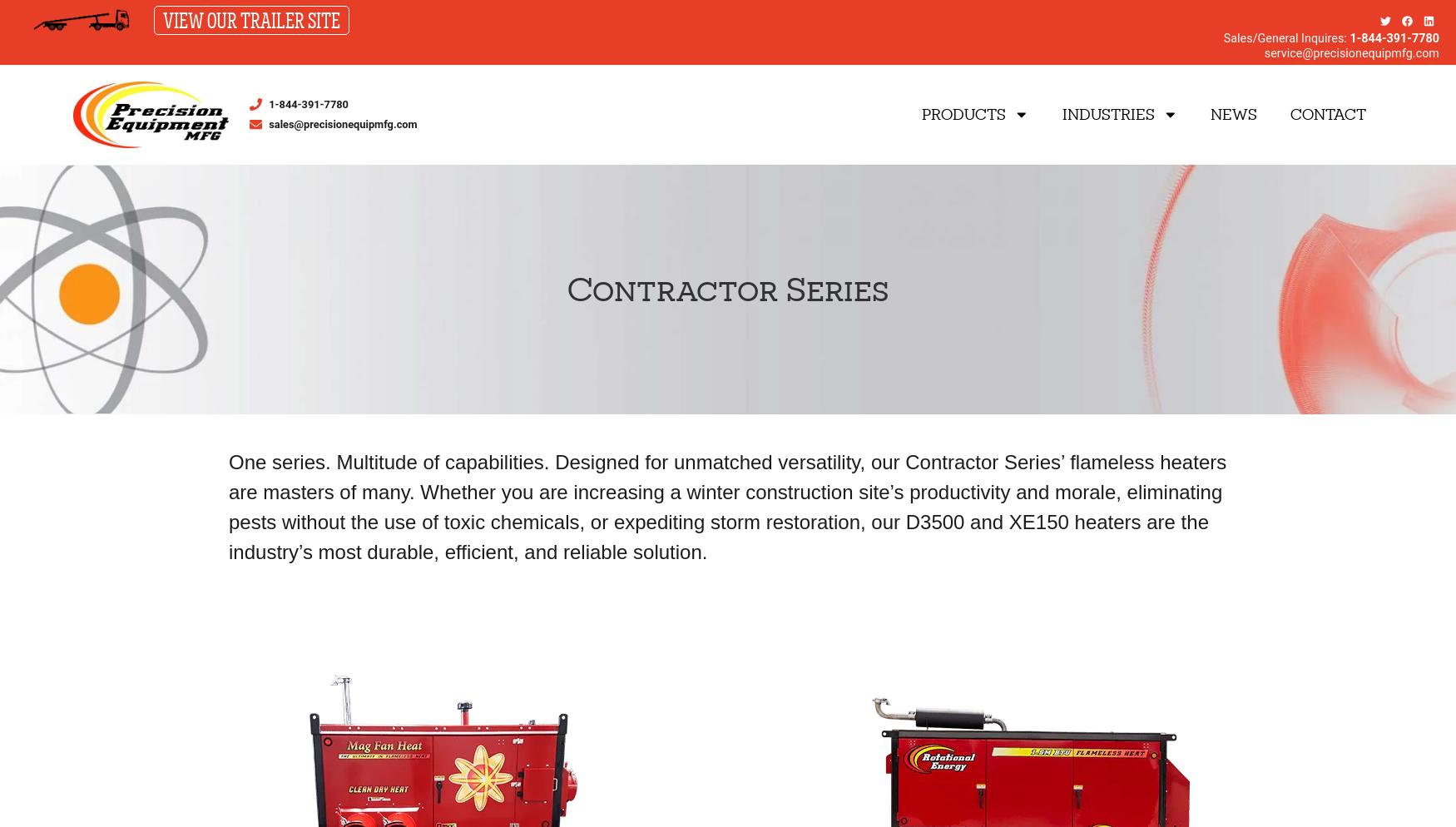  Describe the element at coordinates (1351, 52) in the screenshot. I see `'service@precisionequipmfg.com'` at that location.